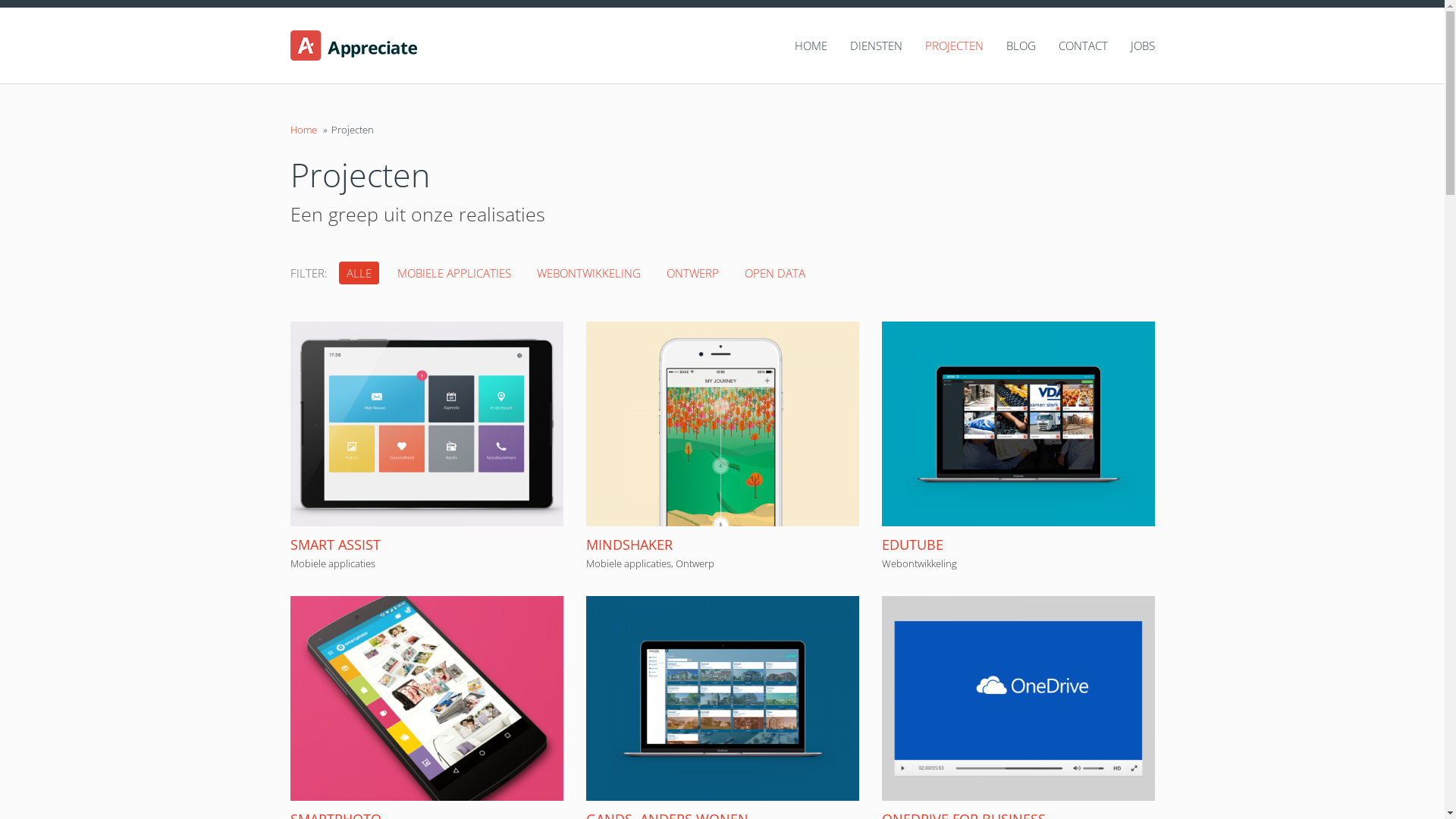 This screenshot has height=819, width=1456. I want to click on 'PROJECTEN', so click(942, 45).